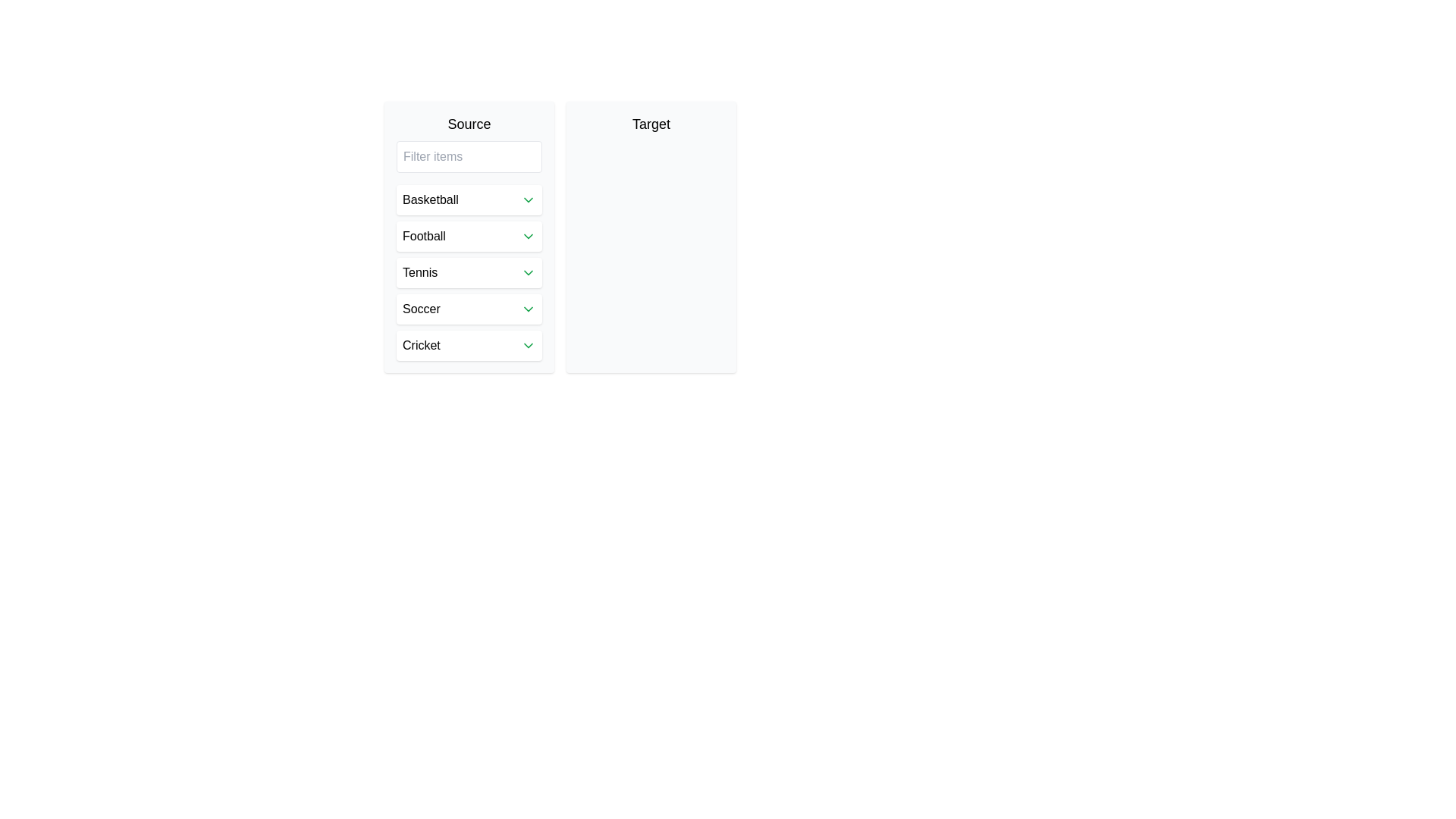 Image resolution: width=1456 pixels, height=819 pixels. Describe the element at coordinates (429, 199) in the screenshot. I see `the 'Basketball' text label in the first row of the 'Source' list` at that location.